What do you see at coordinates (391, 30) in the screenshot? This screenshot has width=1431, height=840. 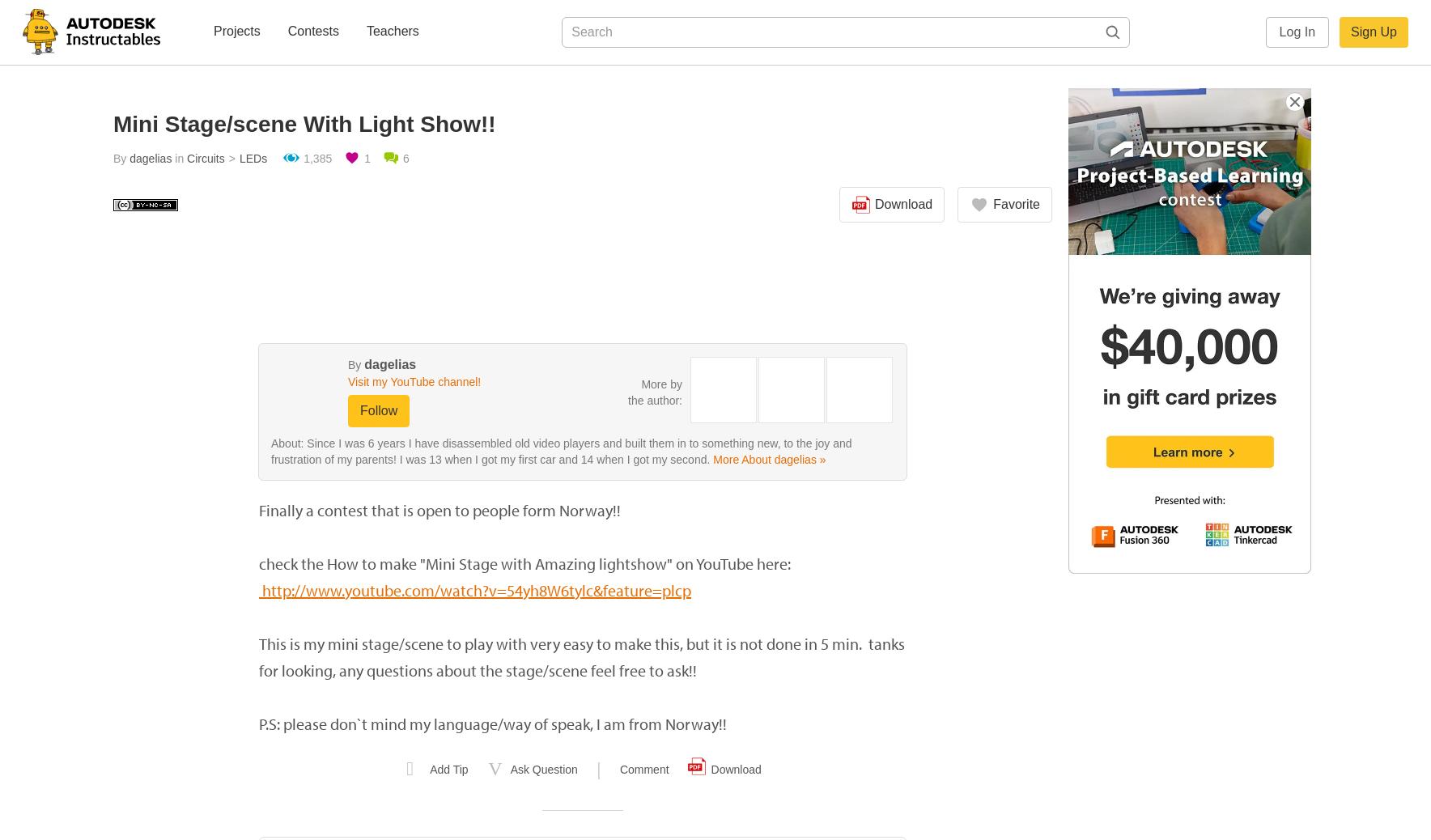 I see `'Teachers'` at bounding box center [391, 30].